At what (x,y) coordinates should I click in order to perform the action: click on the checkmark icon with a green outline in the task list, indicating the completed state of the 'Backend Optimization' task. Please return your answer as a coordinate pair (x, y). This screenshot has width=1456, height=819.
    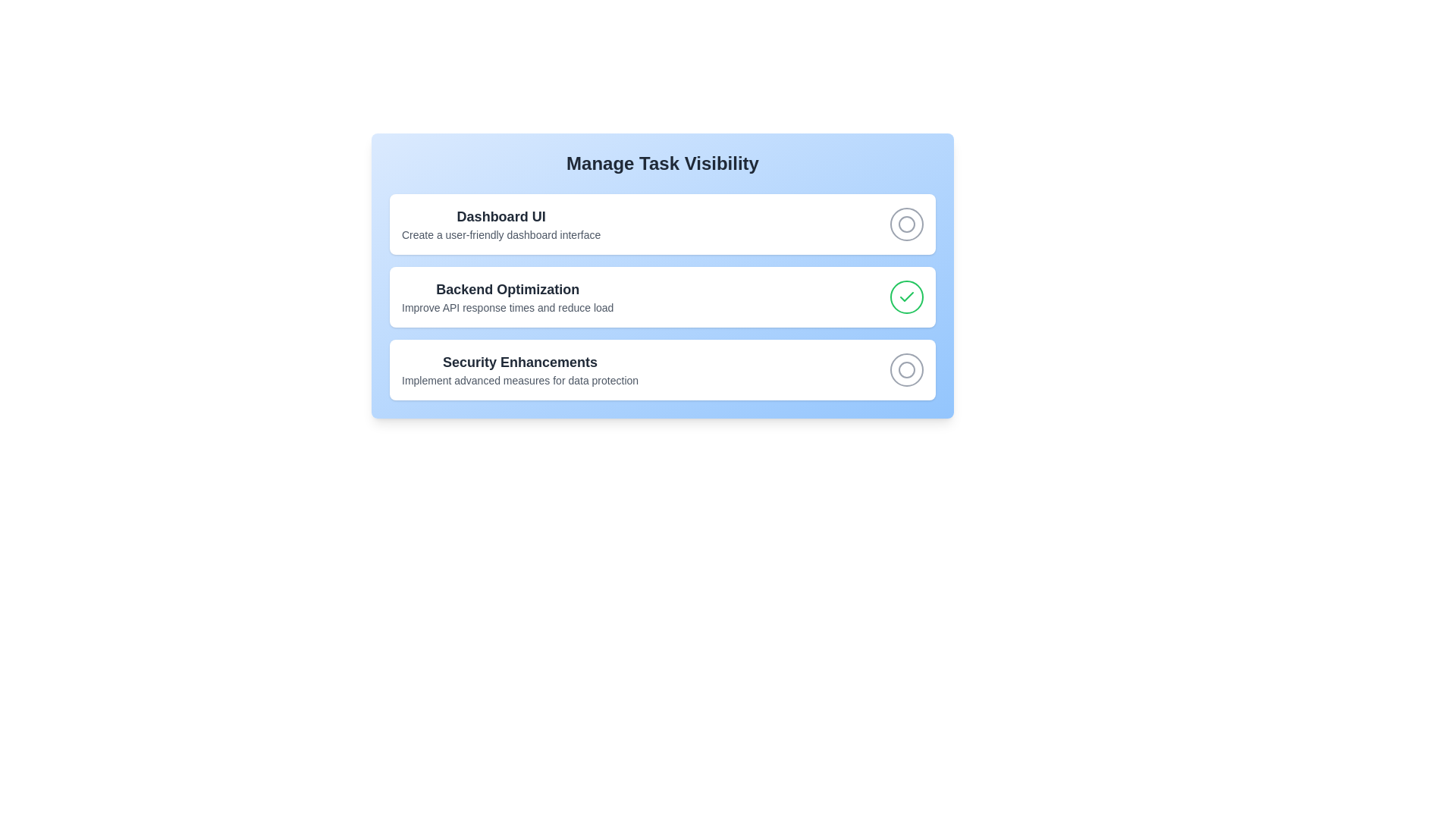
    Looking at the image, I should click on (906, 297).